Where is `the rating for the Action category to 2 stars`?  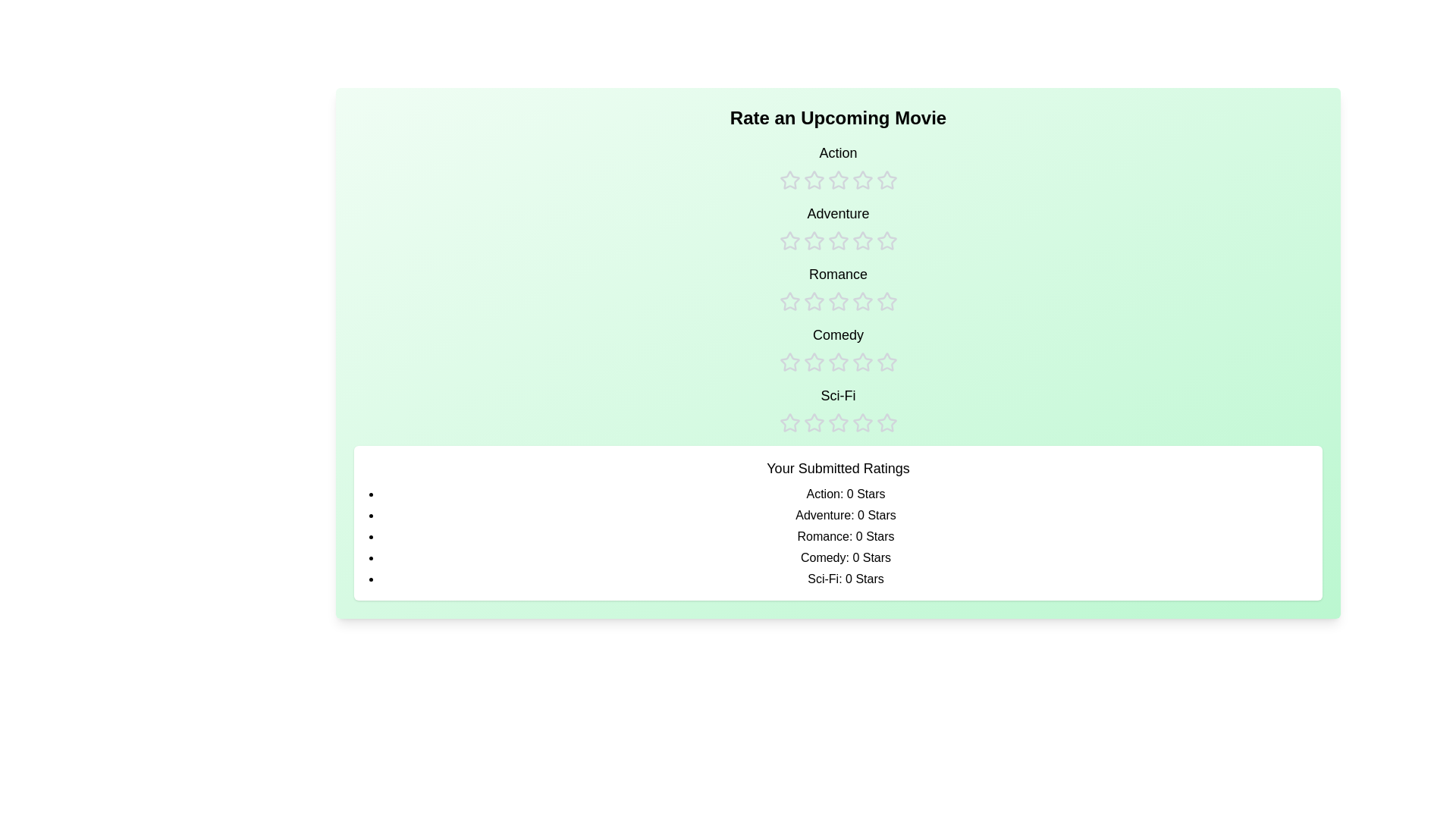 the rating for the Action category to 2 stars is located at coordinates (813, 166).